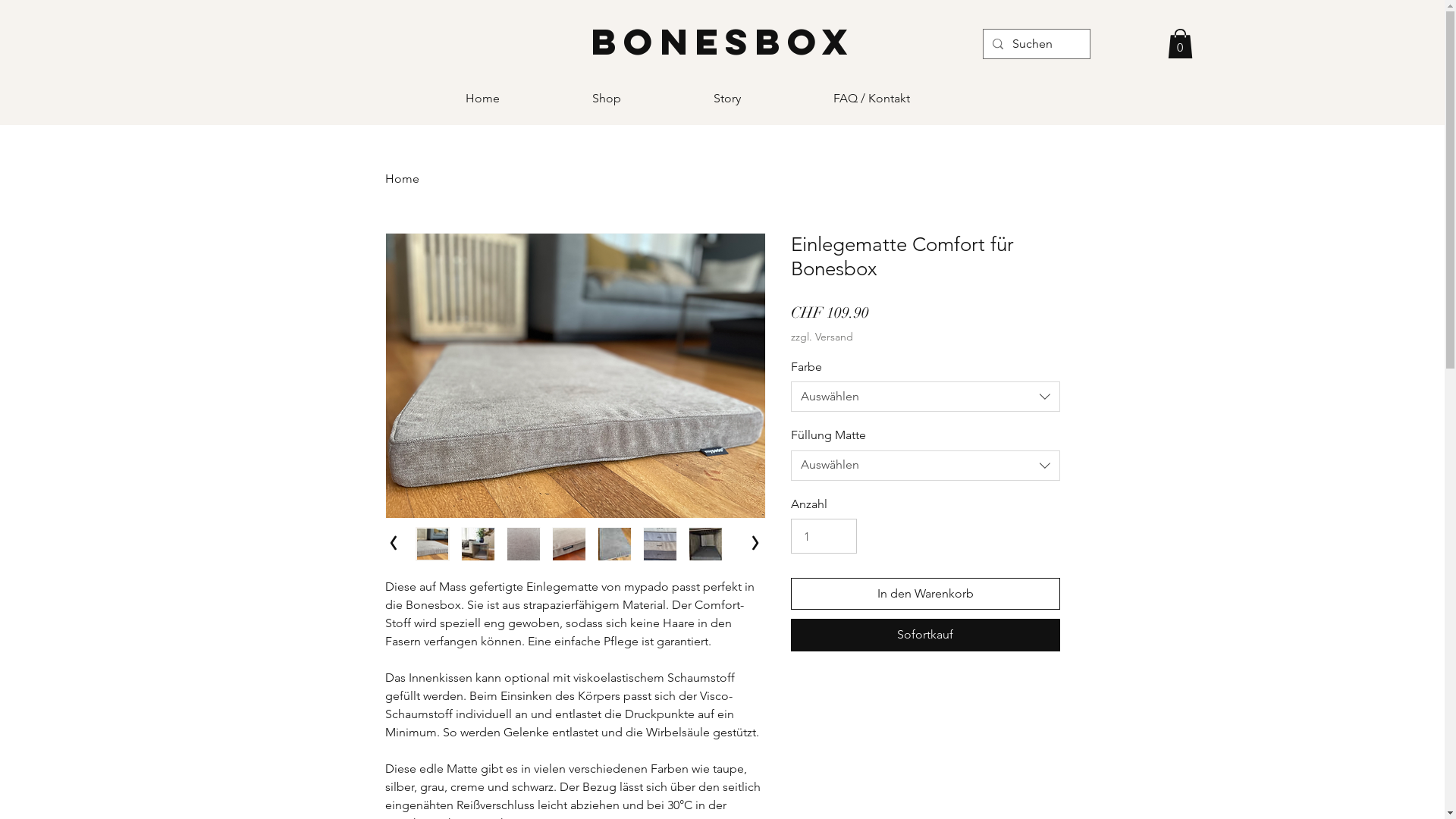 The width and height of the screenshot is (1456, 819). Describe the element at coordinates (761, 99) in the screenshot. I see `'Story'` at that location.